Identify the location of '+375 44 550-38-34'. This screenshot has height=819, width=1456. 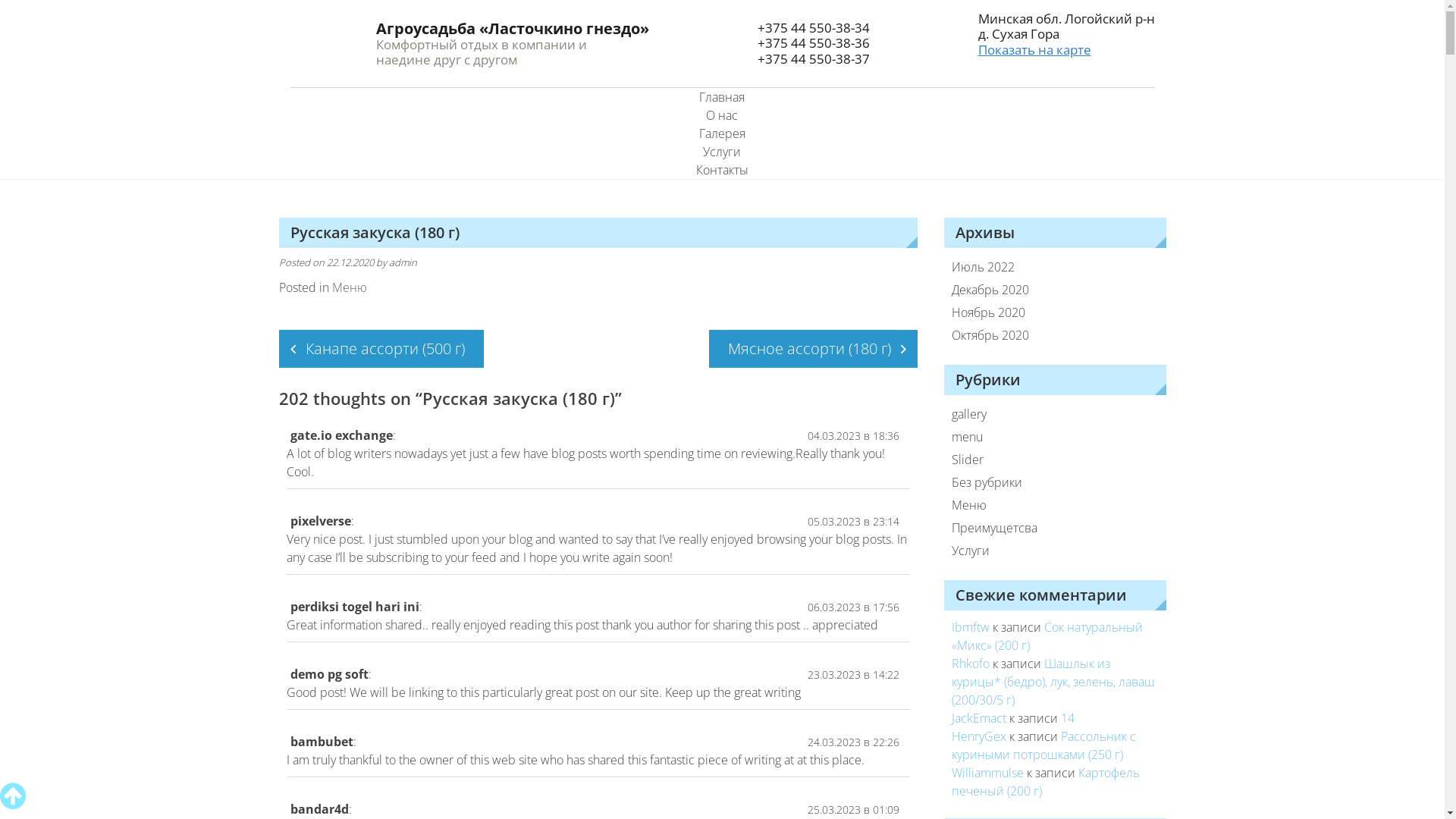
(811, 27).